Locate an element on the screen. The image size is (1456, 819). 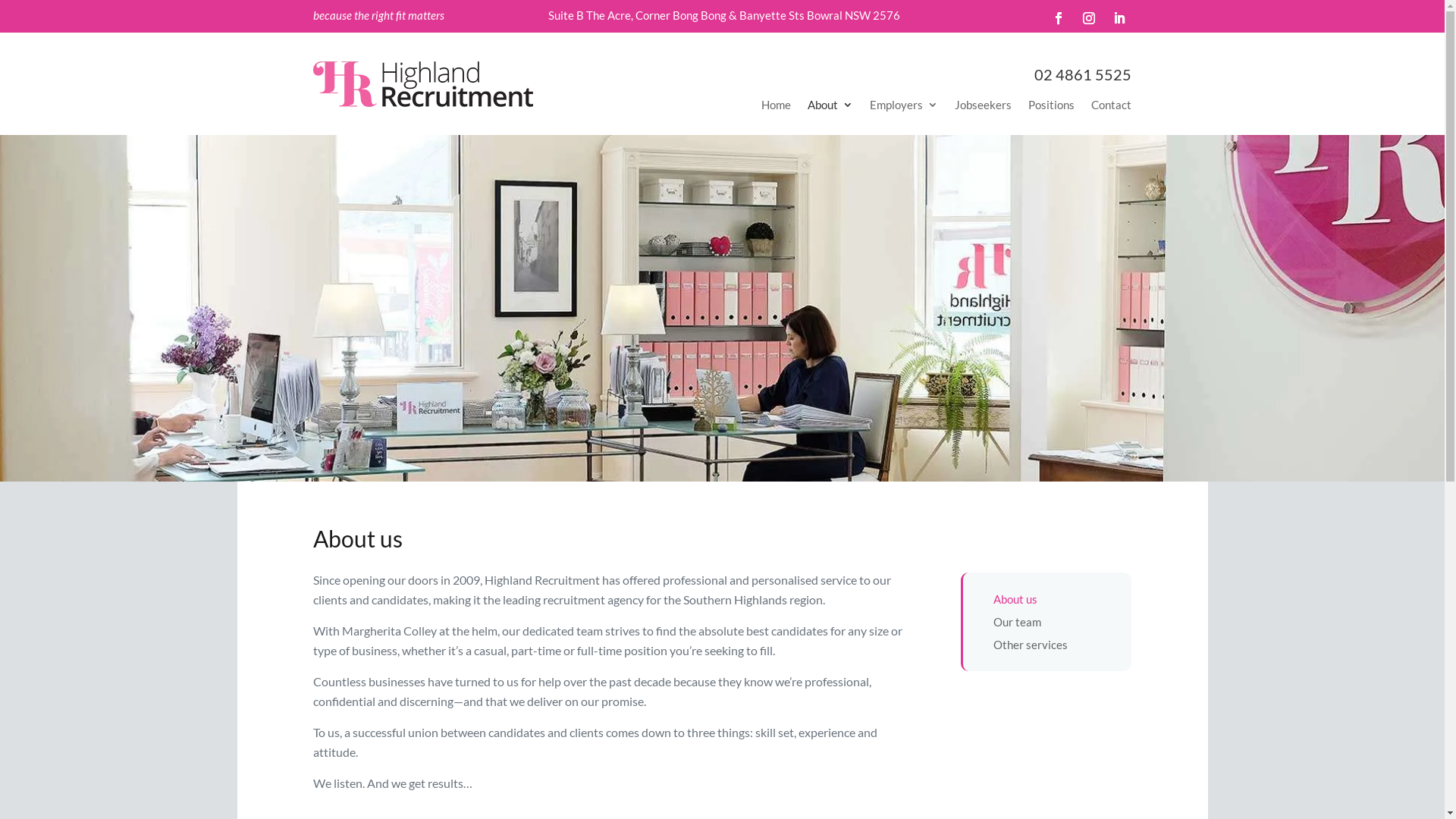
'Positions' is located at coordinates (1050, 107).